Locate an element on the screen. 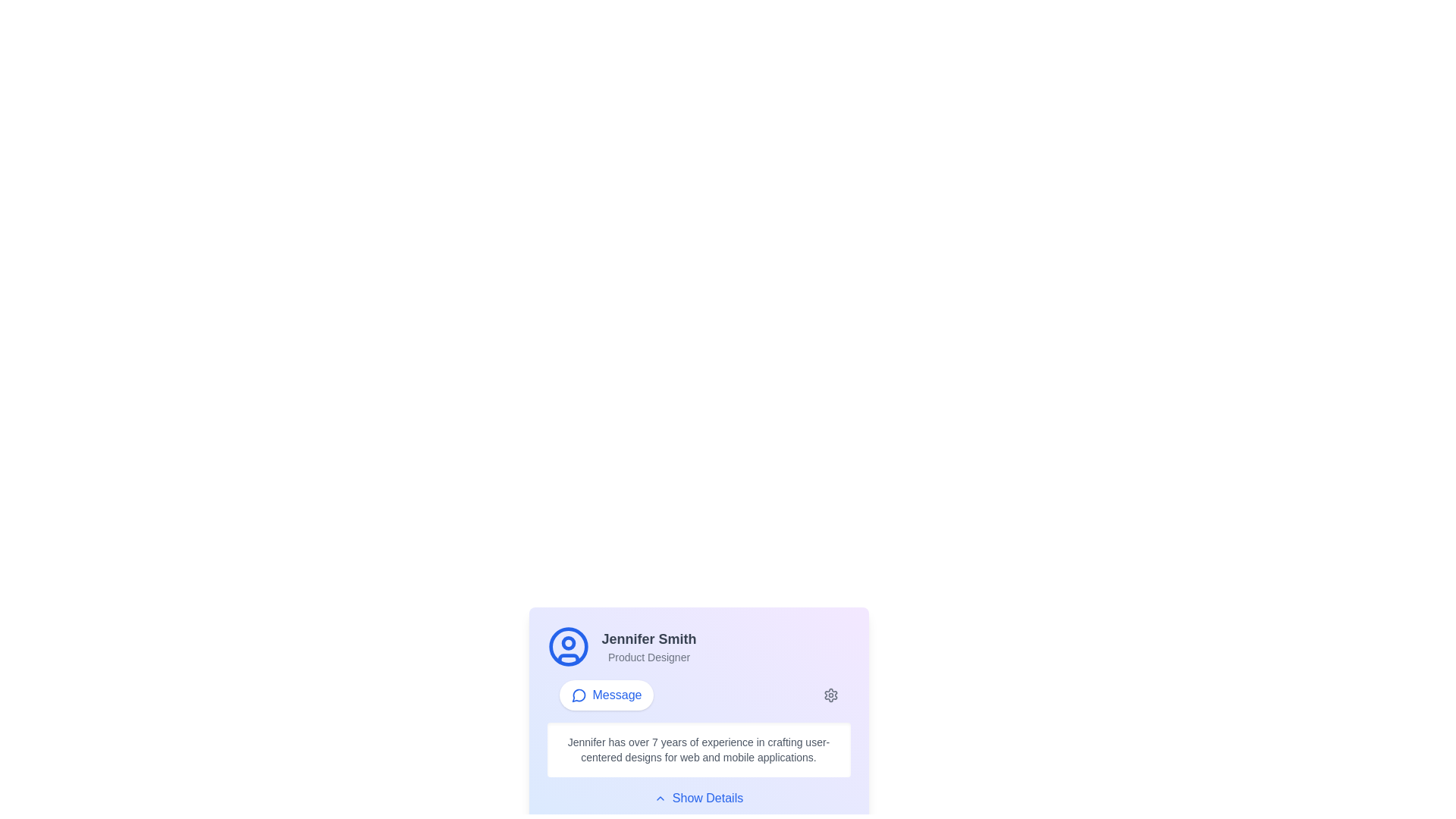 The width and height of the screenshot is (1456, 819). the Settings Icon located in the bottom-right corner of the user profile card interface is located at coordinates (830, 695).